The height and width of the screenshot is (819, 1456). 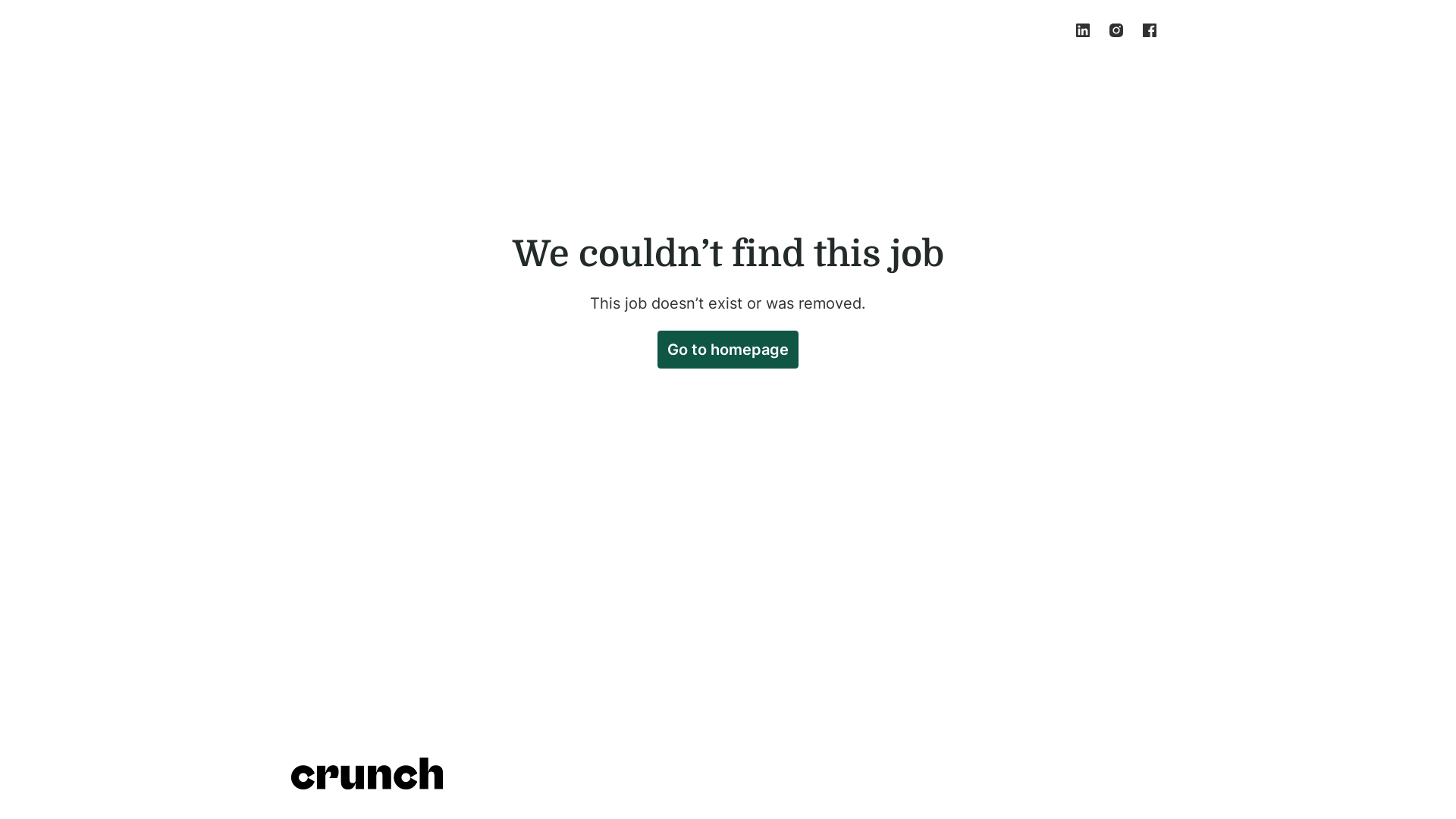 I want to click on 'linkedin', so click(x=1081, y=30).